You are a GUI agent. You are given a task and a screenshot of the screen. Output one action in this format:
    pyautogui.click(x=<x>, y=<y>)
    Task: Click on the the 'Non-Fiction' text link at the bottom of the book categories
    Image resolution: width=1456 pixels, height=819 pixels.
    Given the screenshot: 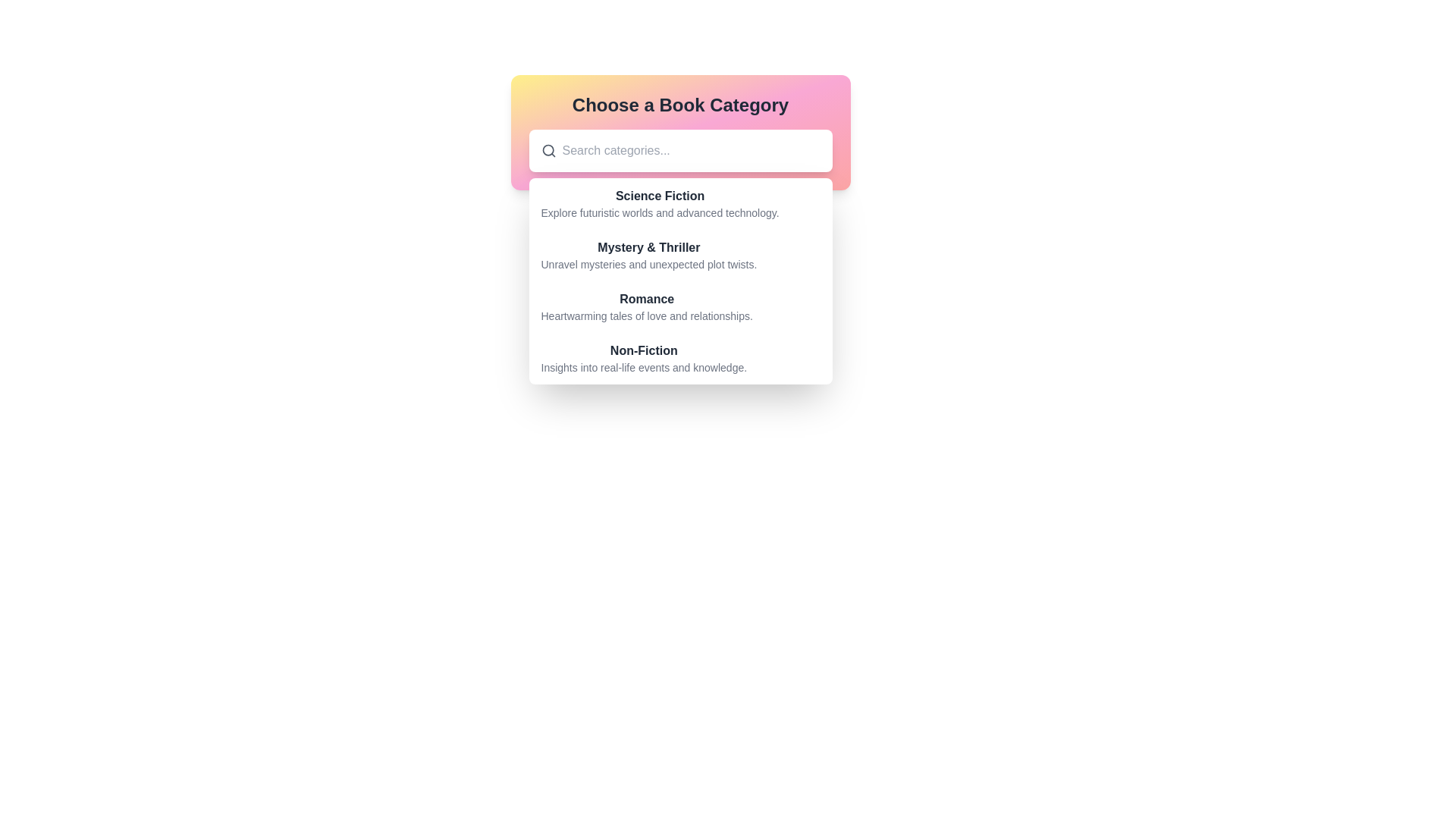 What is the action you would take?
    pyautogui.click(x=644, y=359)
    